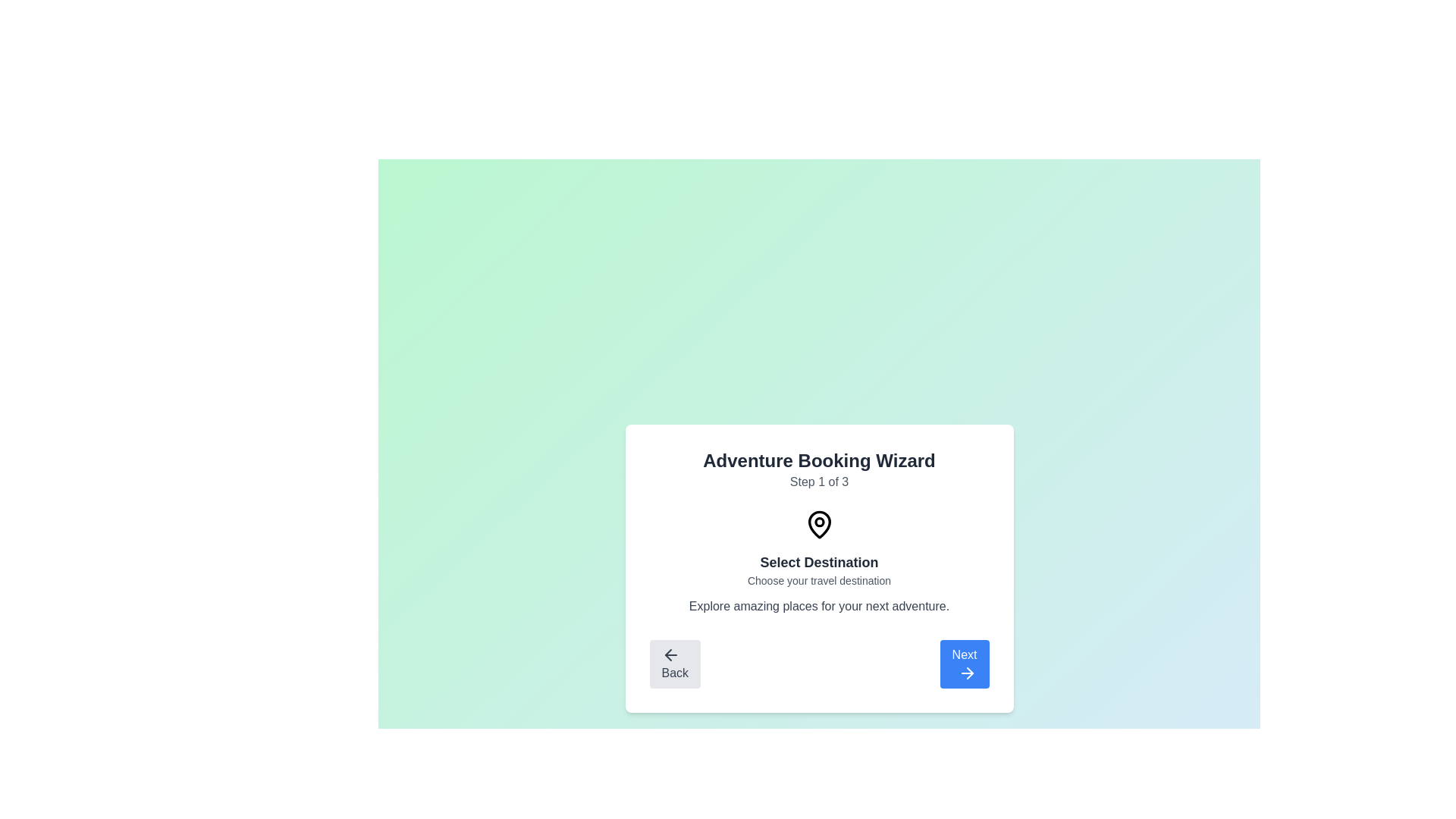 This screenshot has height=819, width=1456. Describe the element at coordinates (969, 672) in the screenshot. I see `the 'Next' button that contains the rightward-pointing arrow icon, located at the bottom-right corner of the step-by-step wizard interface` at that location.